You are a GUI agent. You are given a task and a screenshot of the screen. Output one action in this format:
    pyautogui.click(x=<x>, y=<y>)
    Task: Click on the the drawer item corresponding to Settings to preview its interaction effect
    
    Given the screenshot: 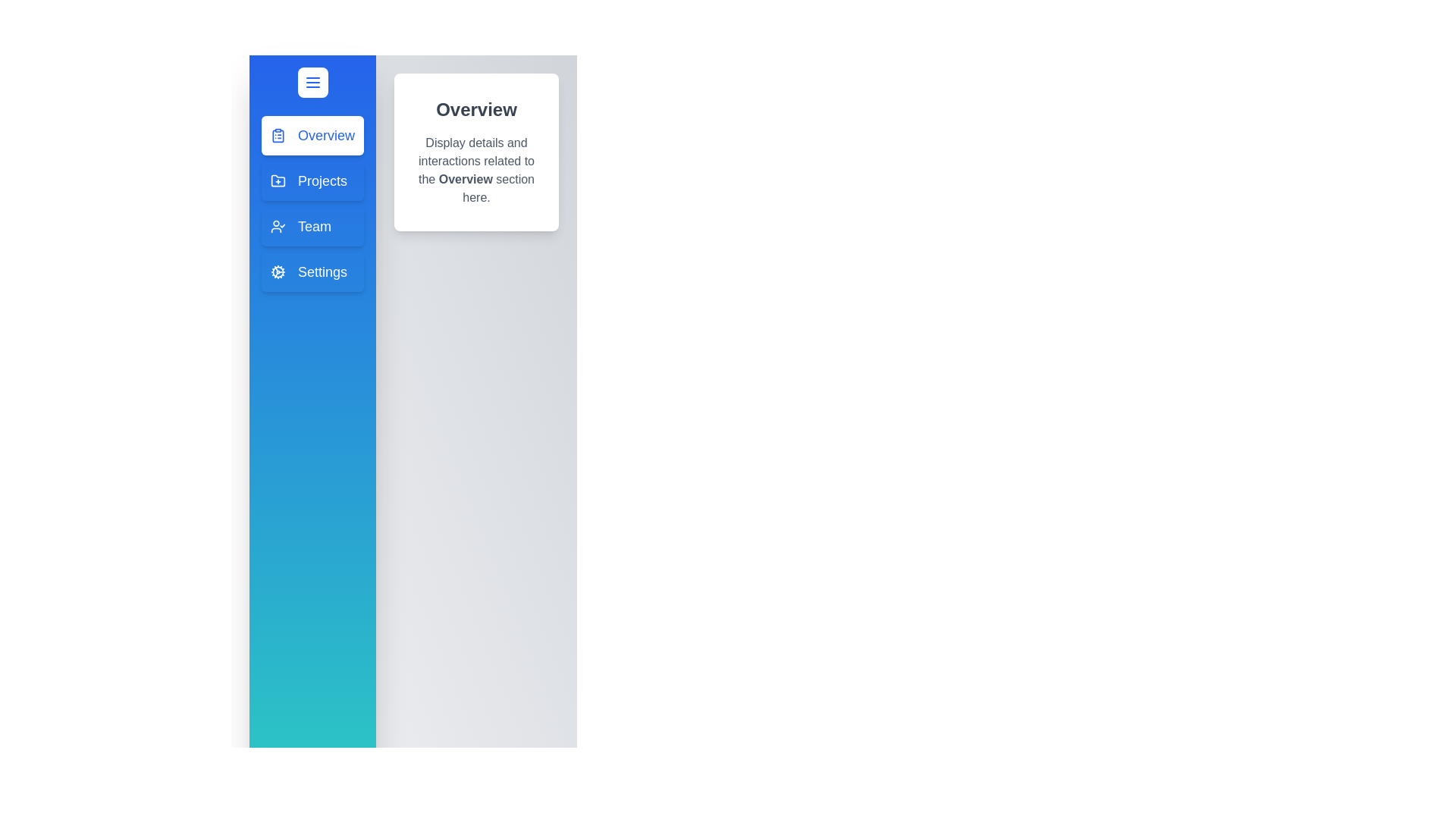 What is the action you would take?
    pyautogui.click(x=312, y=271)
    